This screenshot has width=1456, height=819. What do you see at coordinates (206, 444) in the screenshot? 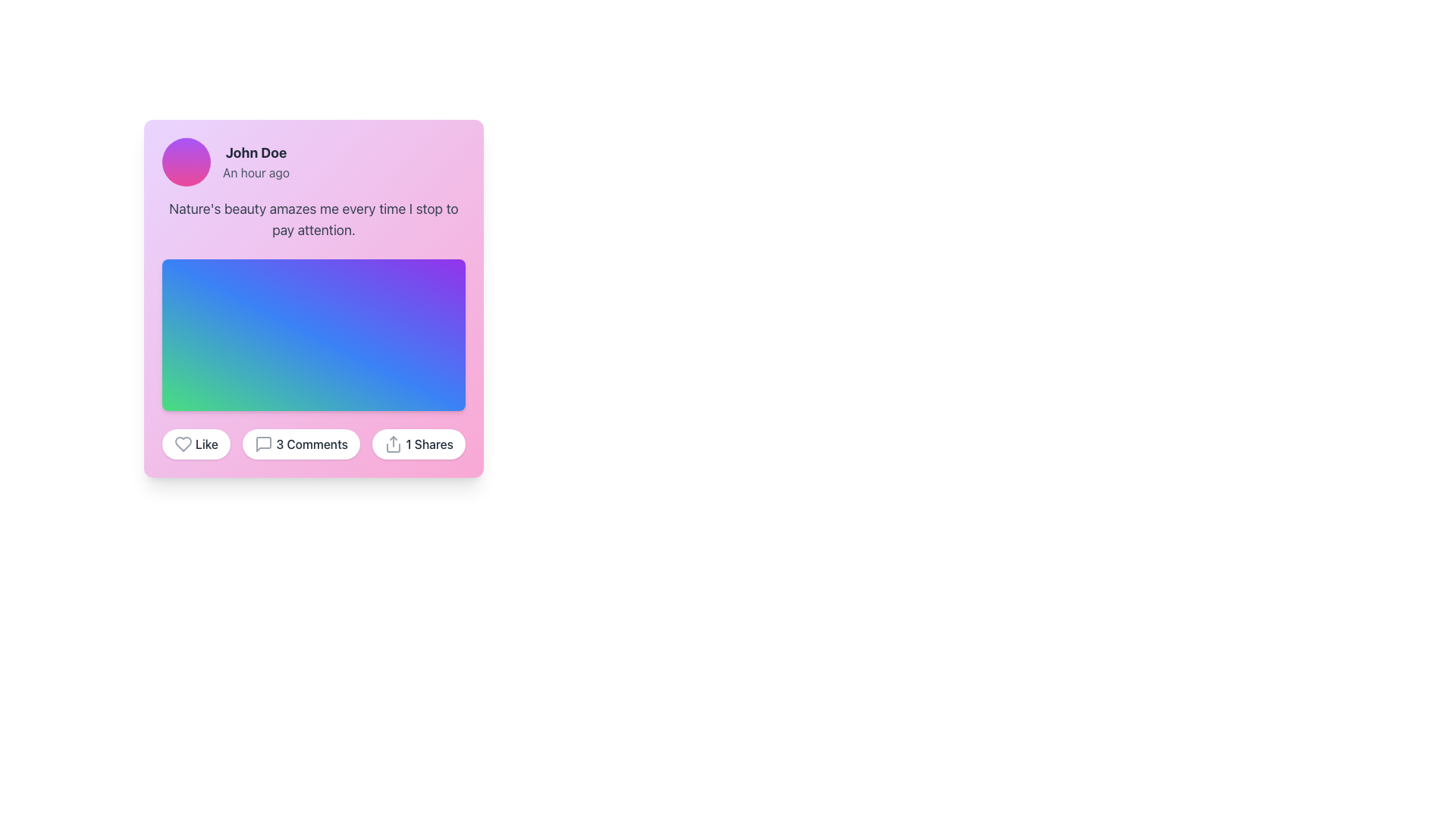
I see `the static text label indicating the functionality of liking a post, which is located within the circular white button at the bottom left of a card` at bounding box center [206, 444].